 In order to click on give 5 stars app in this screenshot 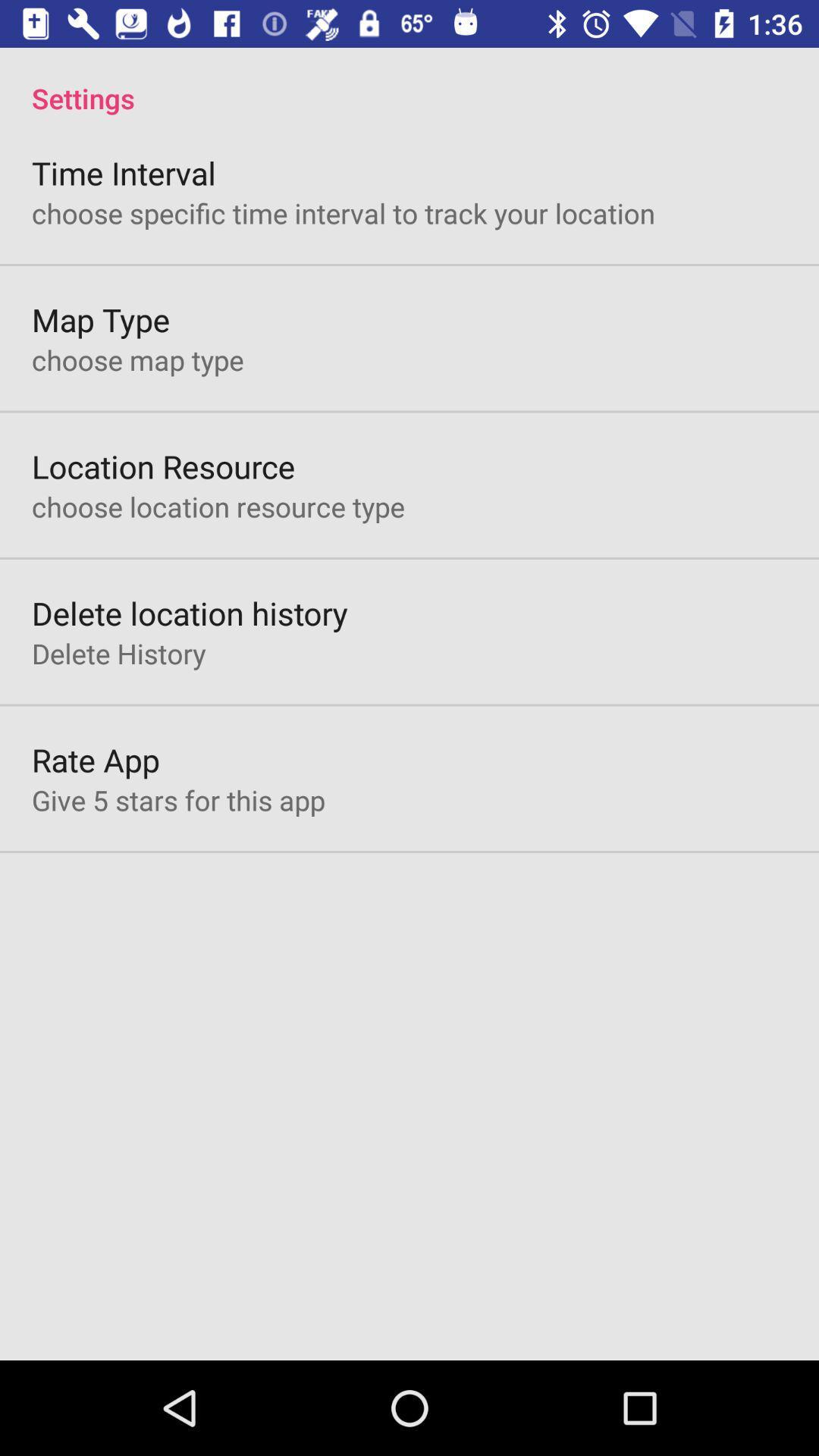, I will do `click(177, 799)`.